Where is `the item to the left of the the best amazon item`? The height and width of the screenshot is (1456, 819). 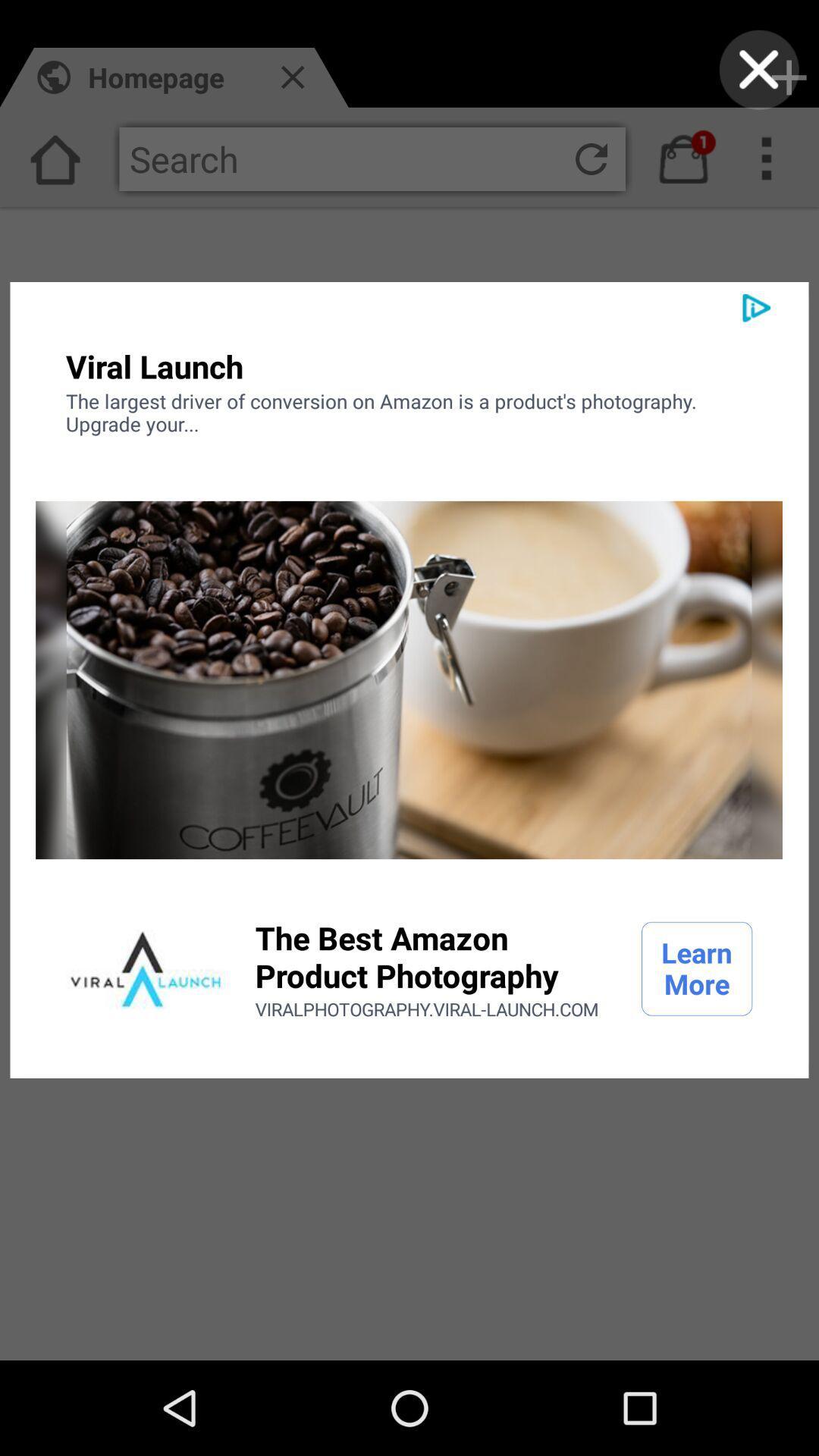 the item to the left of the the best amazon item is located at coordinates (146, 968).